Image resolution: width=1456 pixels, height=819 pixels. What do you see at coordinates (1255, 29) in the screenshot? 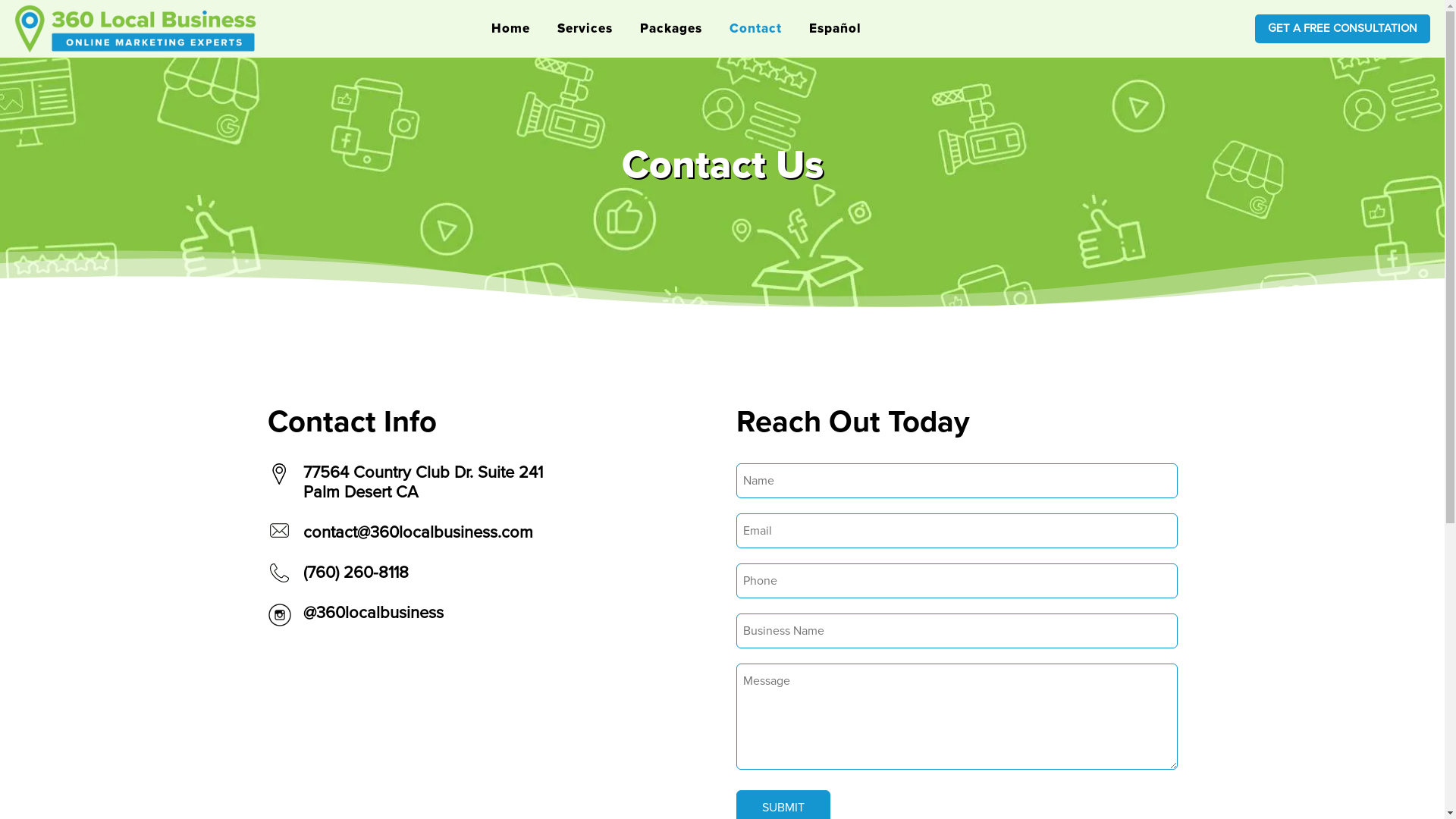
I see `'GET A FREE CONSULTATION'` at bounding box center [1255, 29].